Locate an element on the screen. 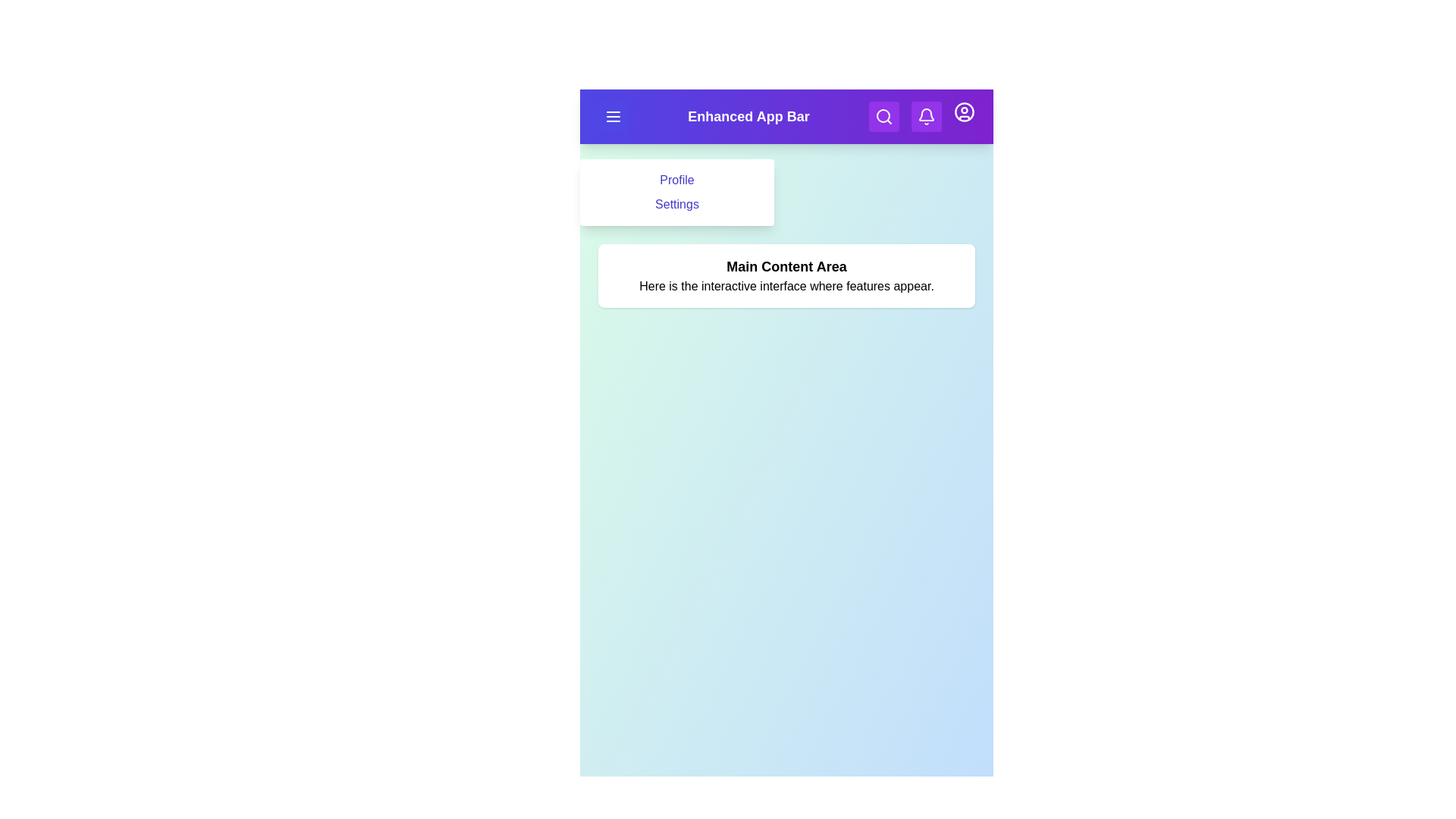  the main content area to focus on it is located at coordinates (786, 275).